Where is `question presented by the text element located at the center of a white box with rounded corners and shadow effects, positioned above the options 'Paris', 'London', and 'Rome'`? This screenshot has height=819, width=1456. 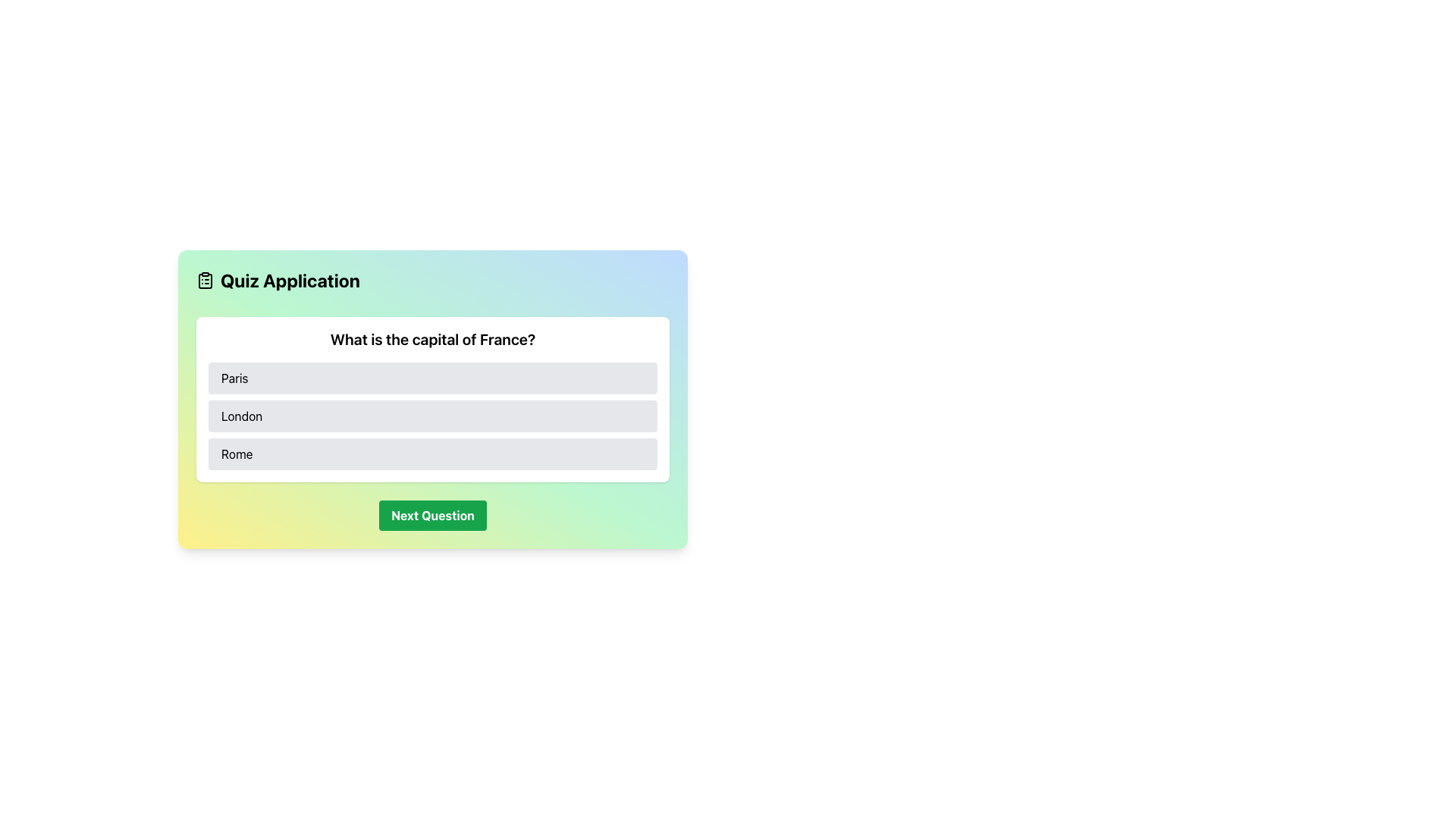
question presented by the text element located at the center of a white box with rounded corners and shadow effects, positioned above the options 'Paris', 'London', and 'Rome' is located at coordinates (432, 338).